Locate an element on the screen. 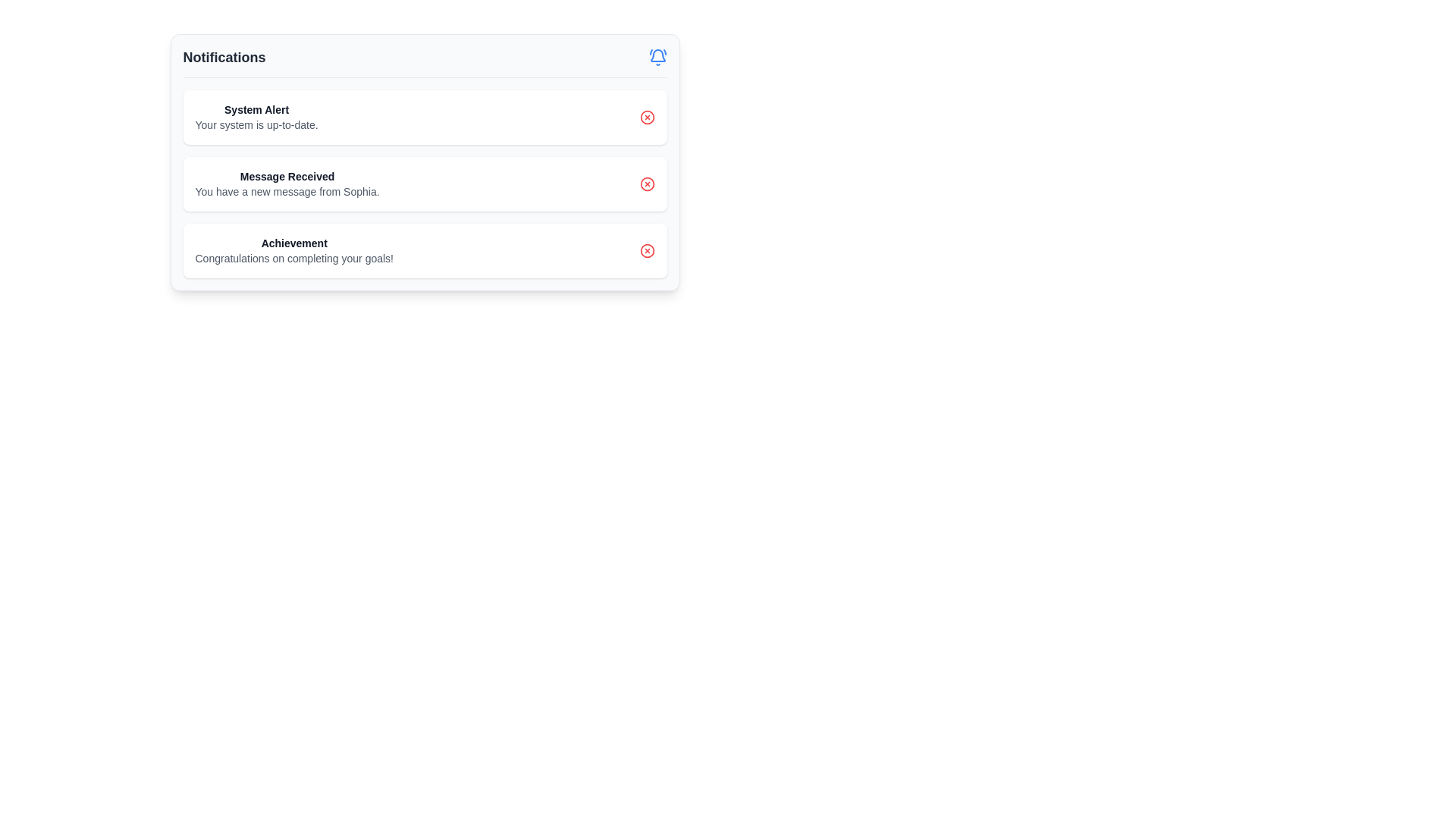 The height and width of the screenshot is (819, 1456). the 'Achievement' text label displayed in bold font style located in the third notification card within the 'Notifications' panel, above the message 'Congratulations on completing your goals!' is located at coordinates (294, 242).